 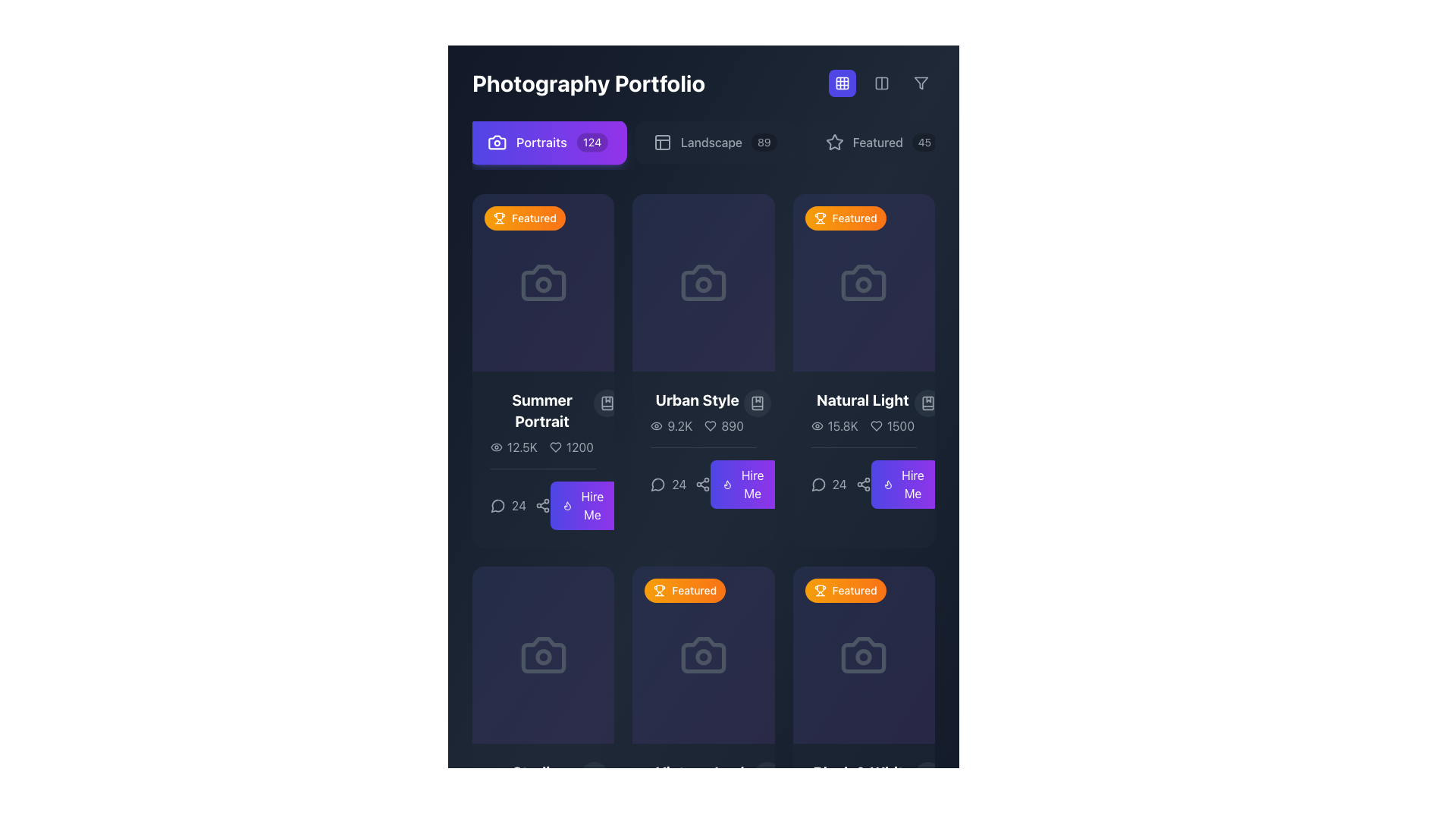 What do you see at coordinates (881, 143) in the screenshot?
I see `the 'Featured' button located in the top section of the horizontal navigation bar, which is the third item from the left and follows the 'Landscape' section` at bounding box center [881, 143].